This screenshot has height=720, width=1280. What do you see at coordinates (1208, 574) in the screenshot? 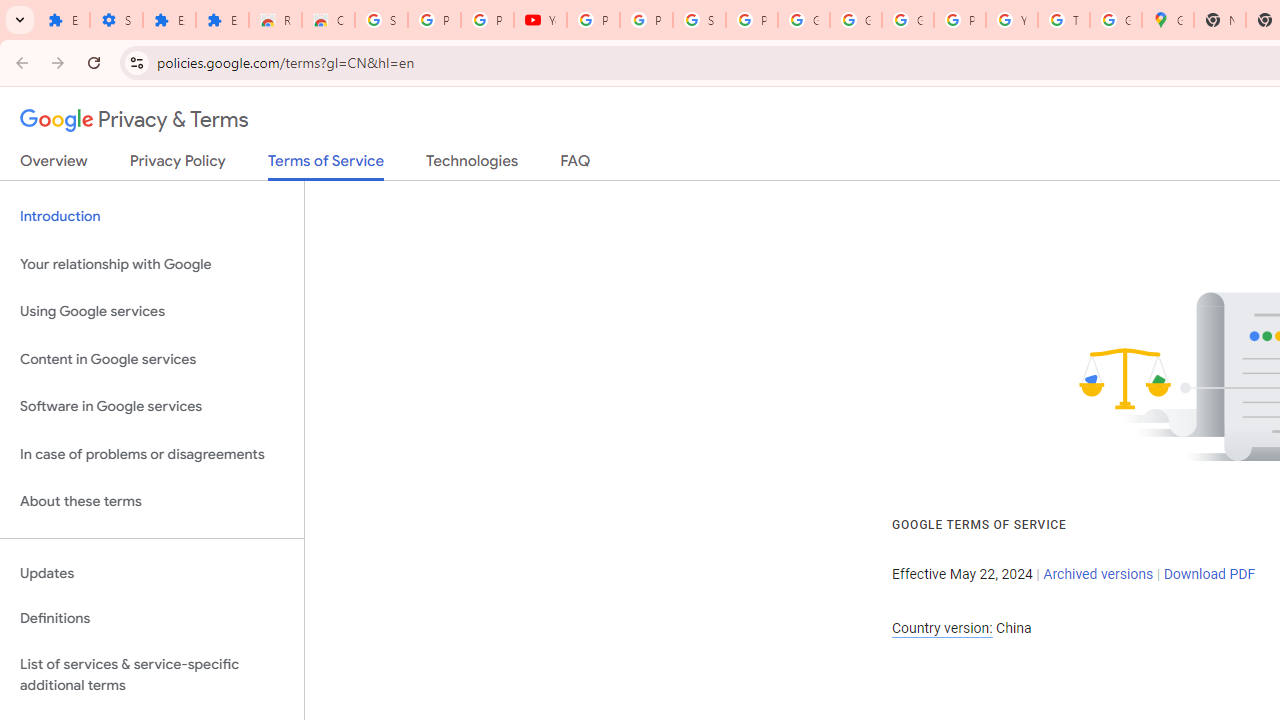
I see `'Download PDF'` at bounding box center [1208, 574].